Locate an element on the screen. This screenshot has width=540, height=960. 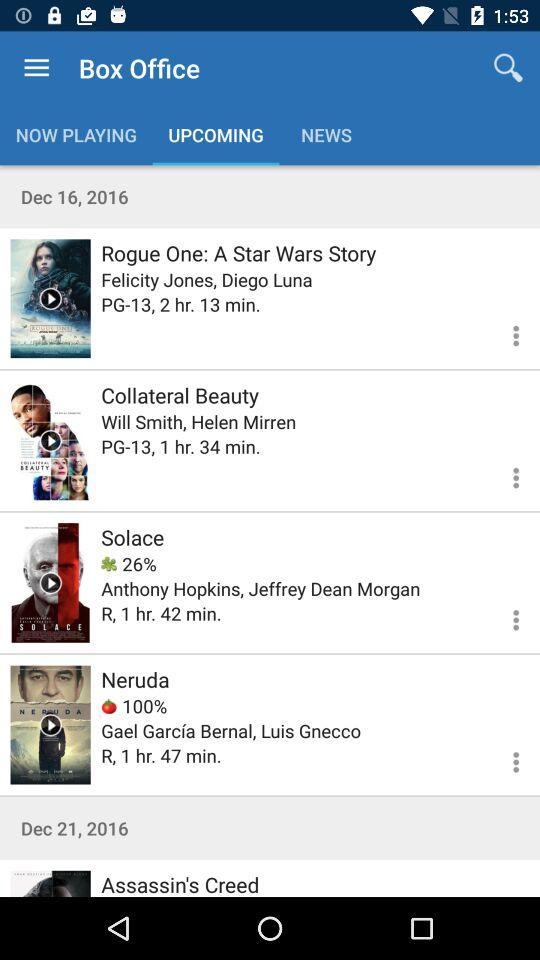
trailer is located at coordinates (50, 297).